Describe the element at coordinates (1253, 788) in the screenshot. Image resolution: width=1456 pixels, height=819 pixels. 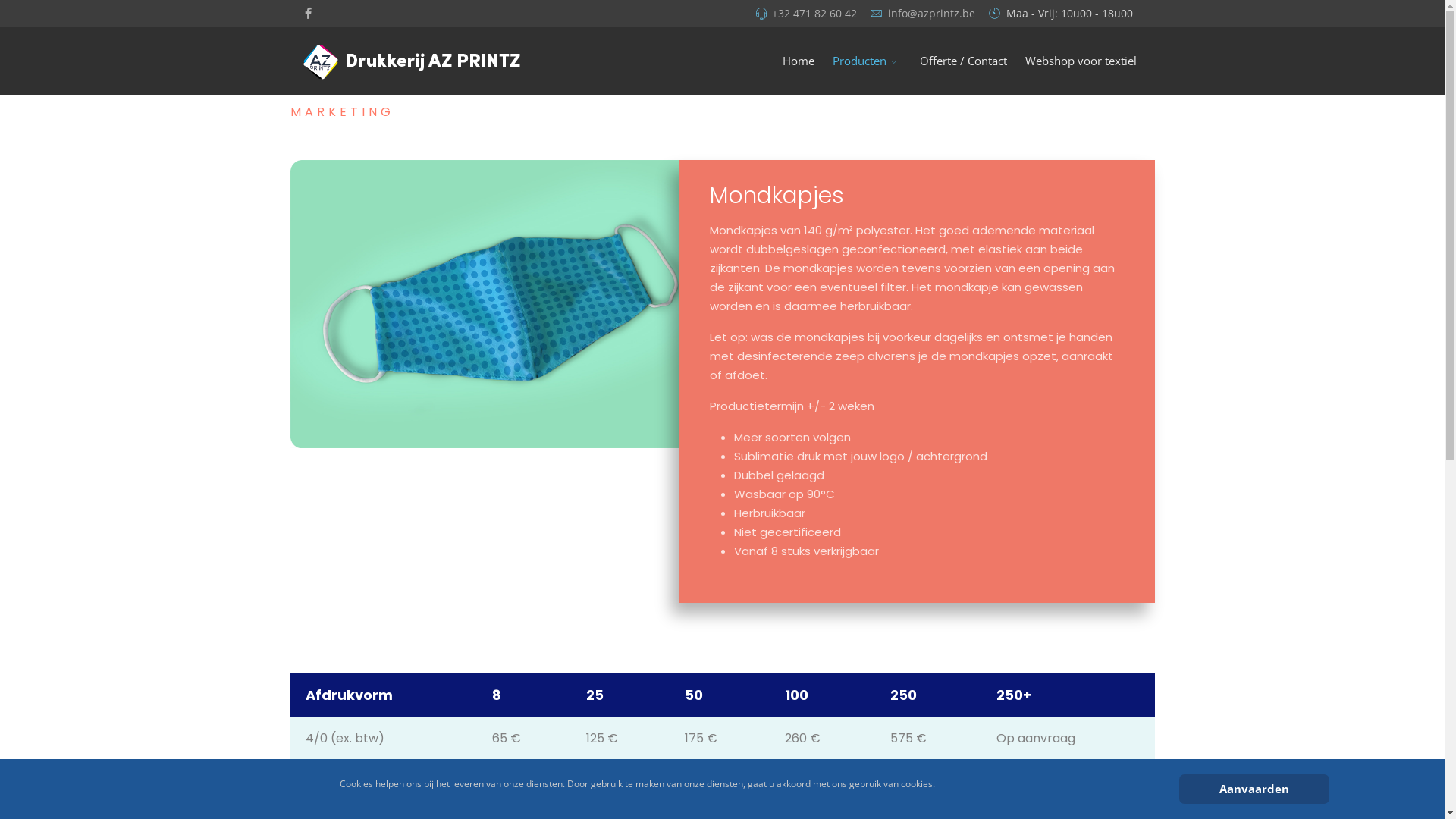
I see `'Aanvaarden'` at that location.